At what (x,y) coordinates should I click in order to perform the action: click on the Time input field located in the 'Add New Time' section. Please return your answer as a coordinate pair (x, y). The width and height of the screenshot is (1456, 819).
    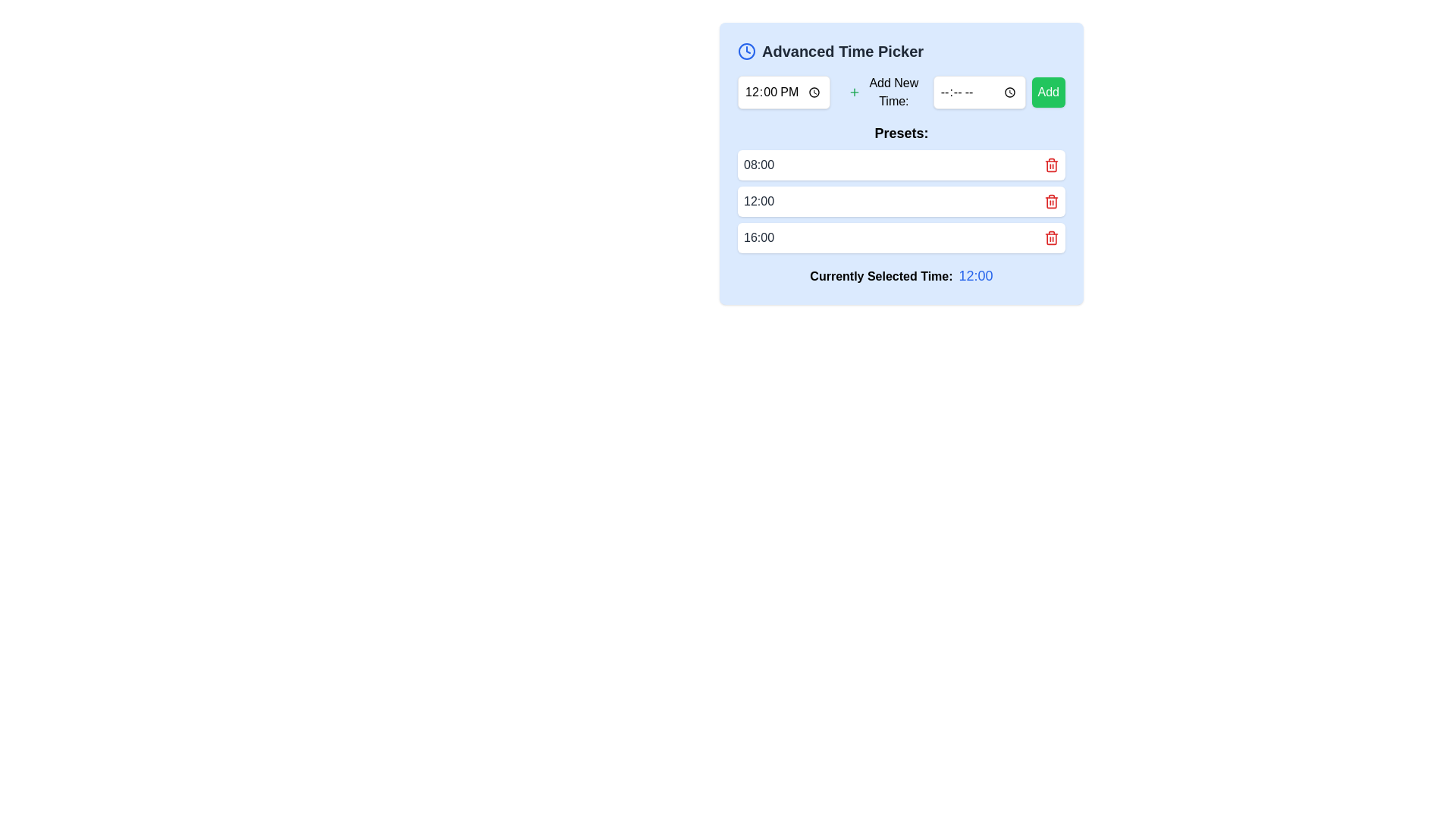
    Looking at the image, I should click on (979, 93).